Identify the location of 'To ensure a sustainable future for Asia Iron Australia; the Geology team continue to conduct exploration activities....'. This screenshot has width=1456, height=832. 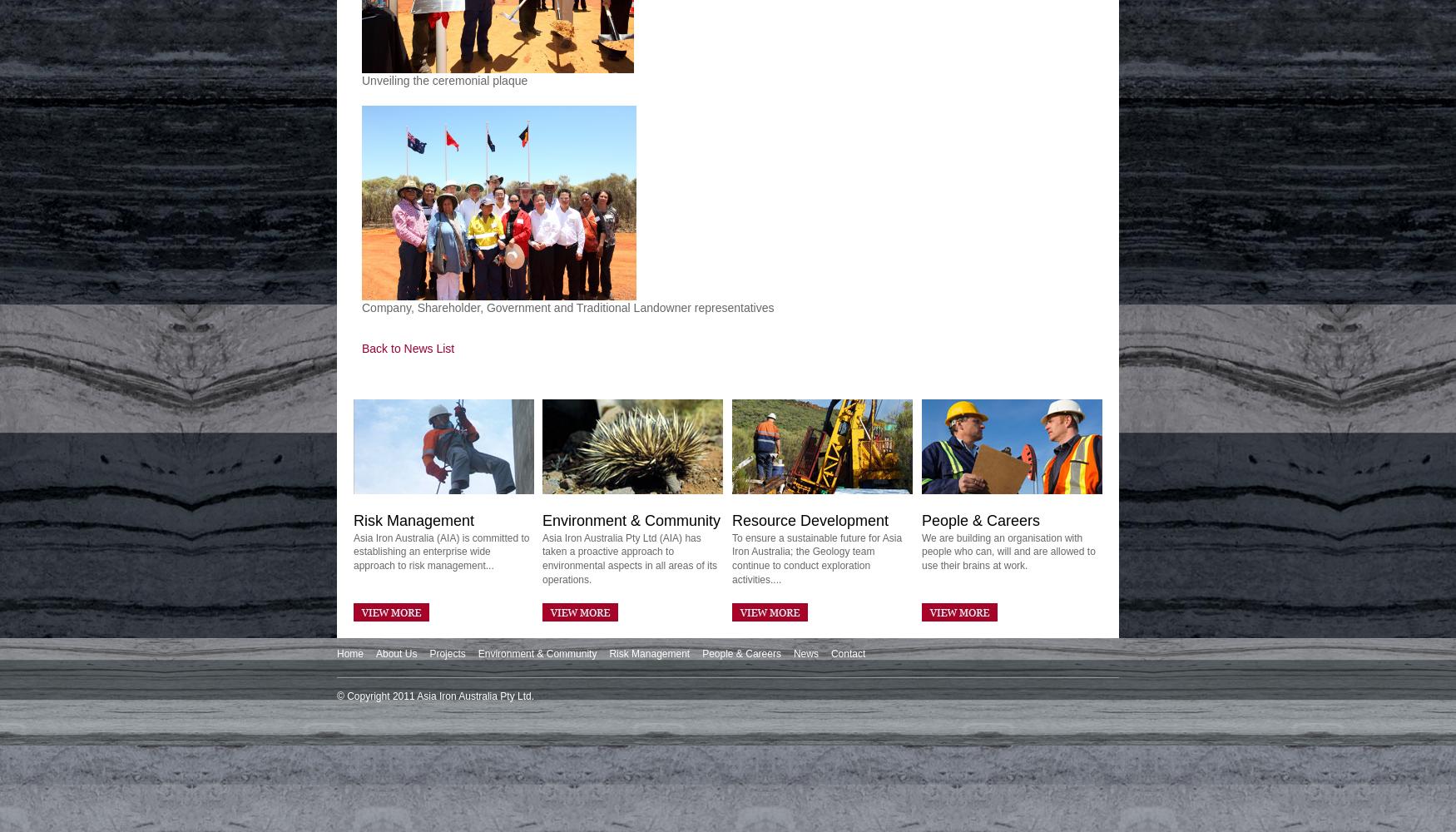
(816, 558).